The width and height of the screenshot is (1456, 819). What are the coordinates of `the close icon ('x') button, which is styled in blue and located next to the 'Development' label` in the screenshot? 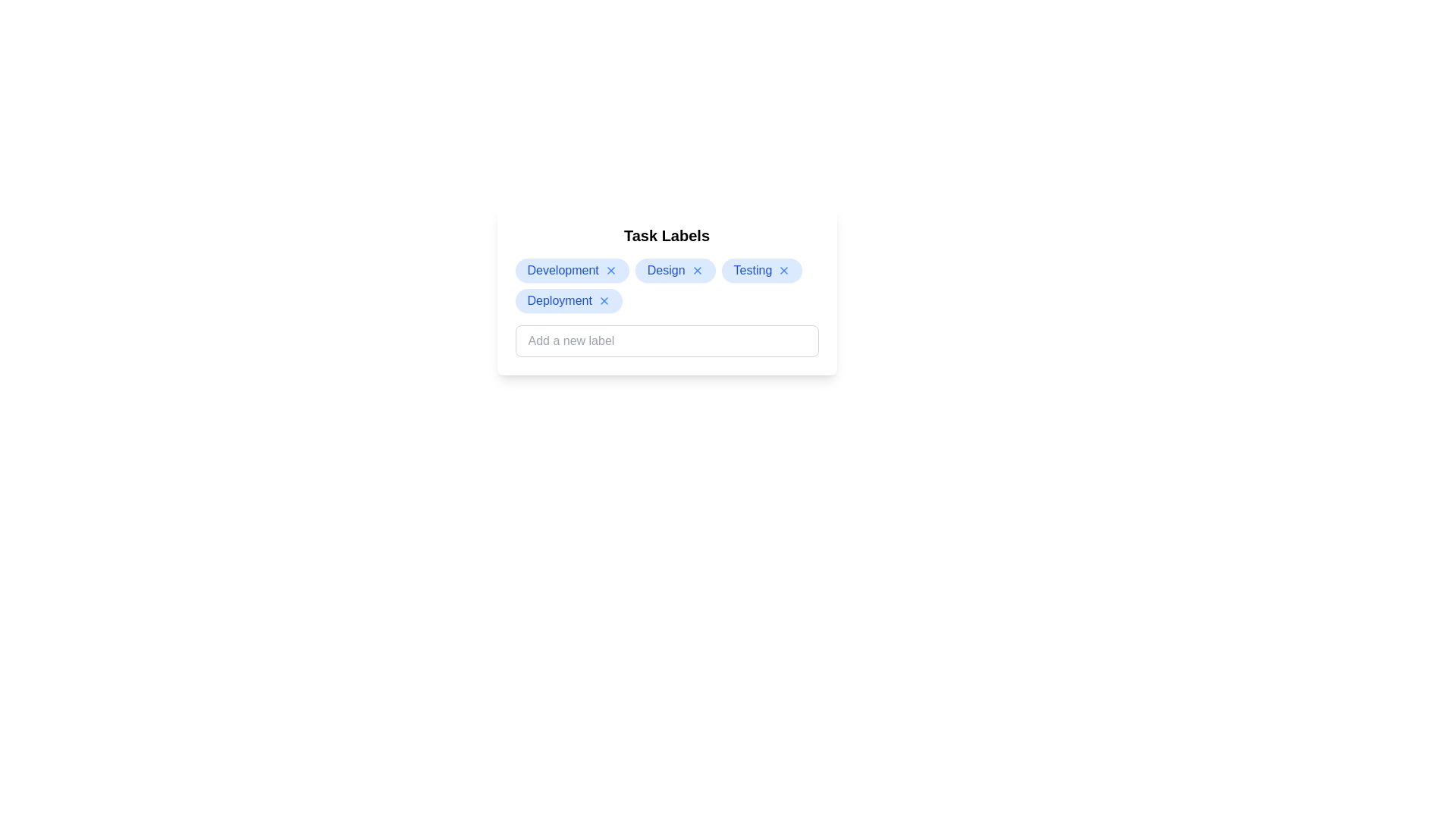 It's located at (610, 270).